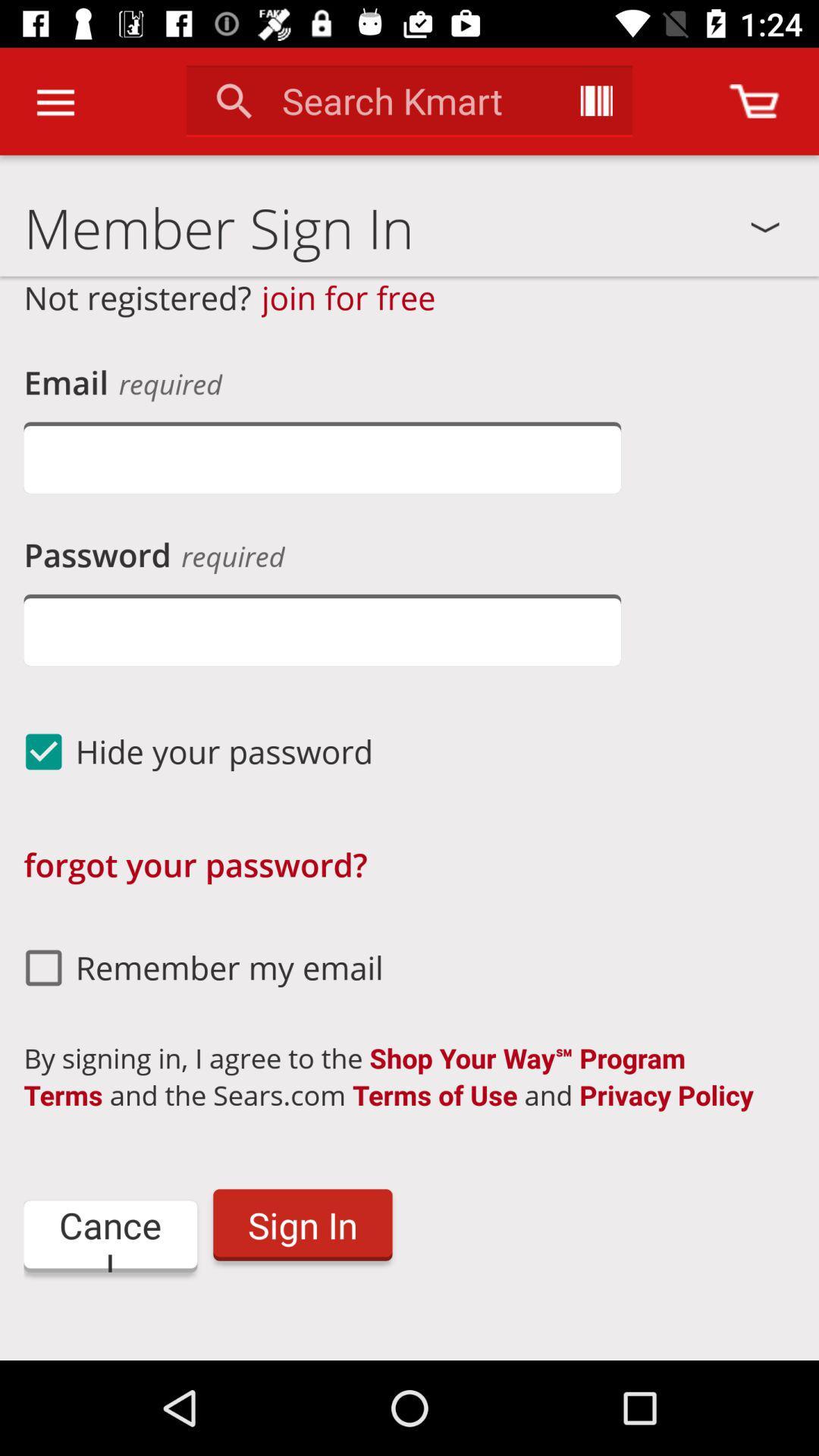  I want to click on barcode scanner, so click(595, 100).